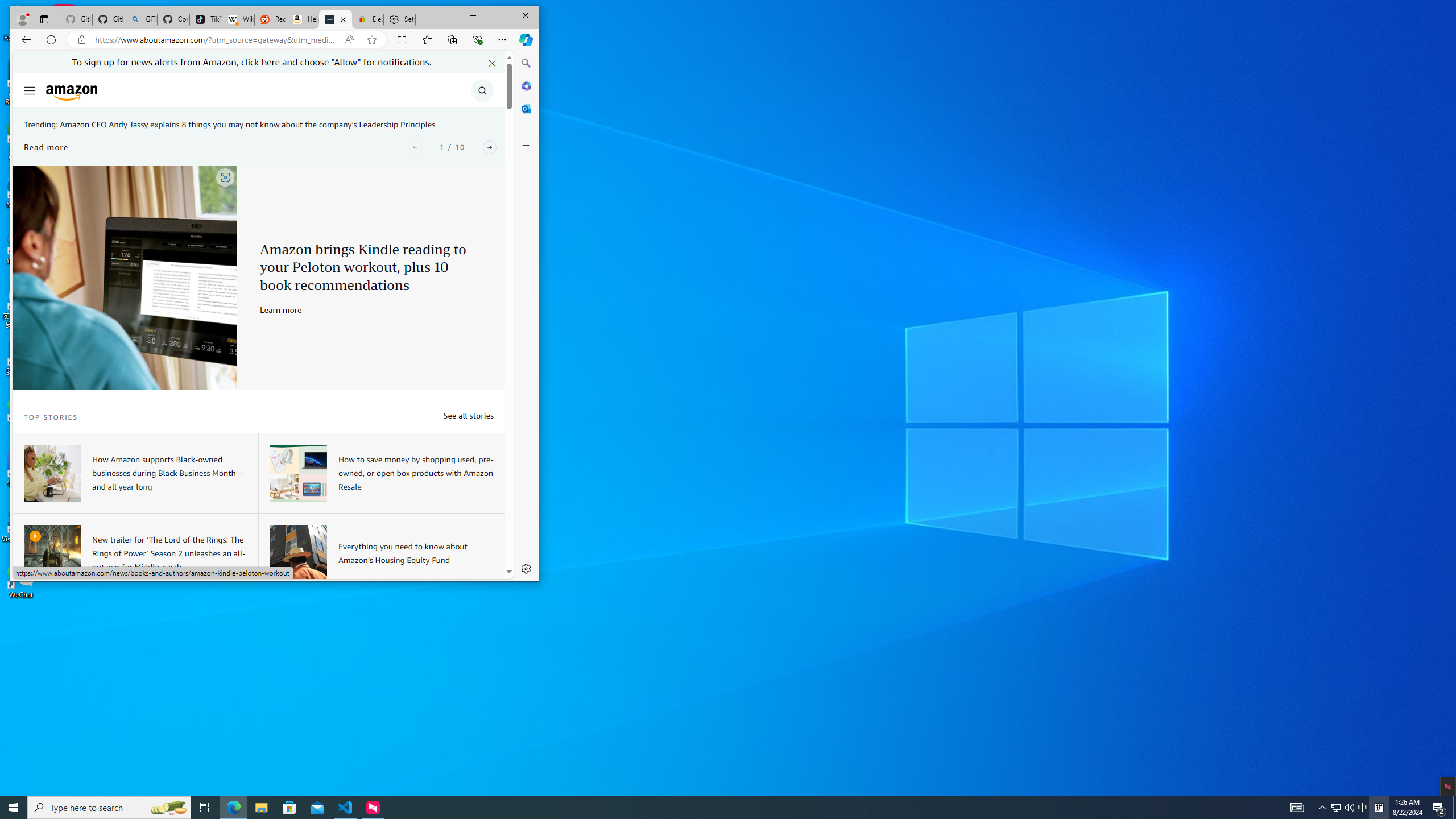 The image size is (1456, 819). I want to click on 'Reddit - Dive into anything', so click(269, 19).